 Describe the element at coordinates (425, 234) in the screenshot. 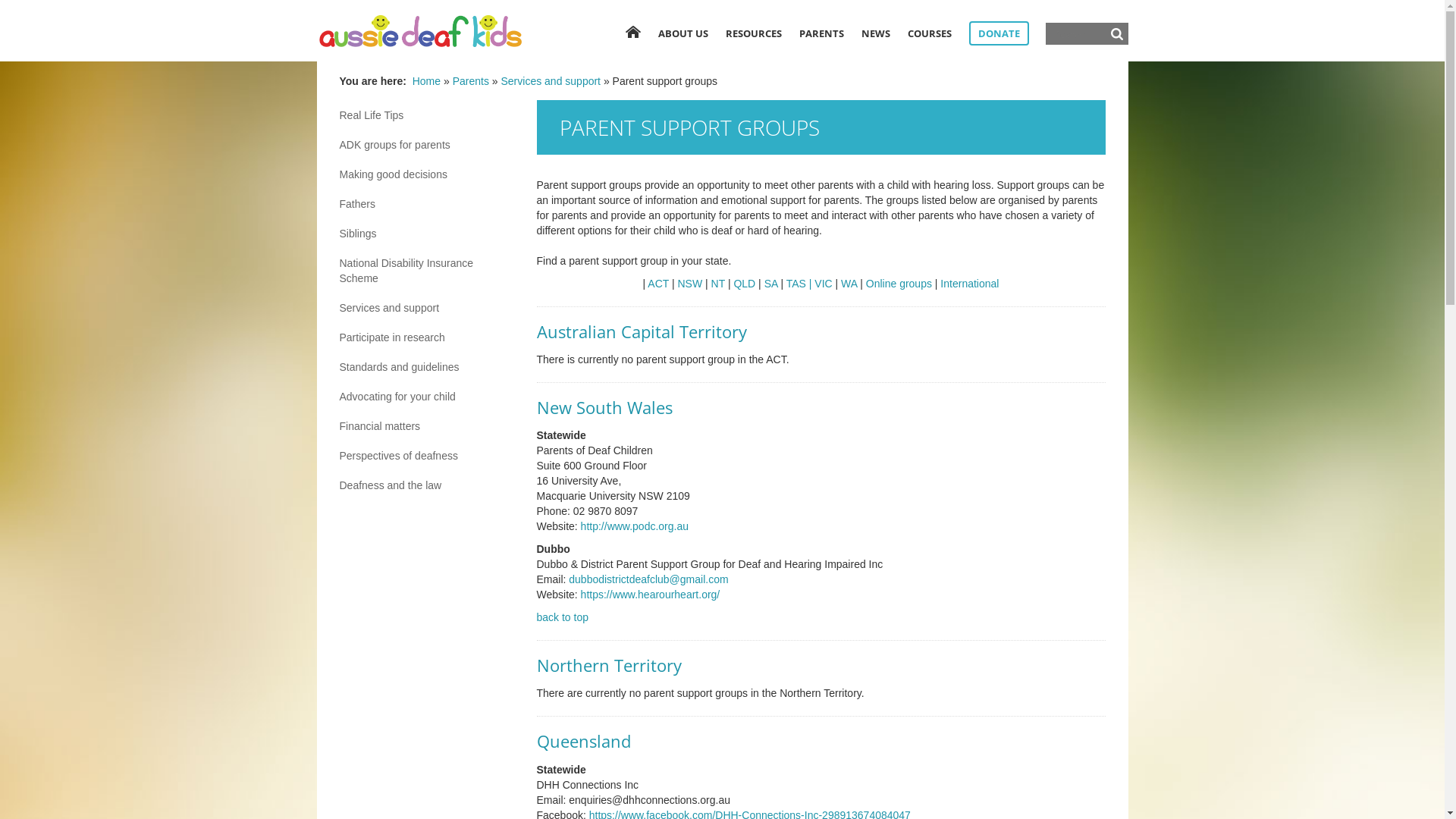

I see `'Siblings'` at that location.